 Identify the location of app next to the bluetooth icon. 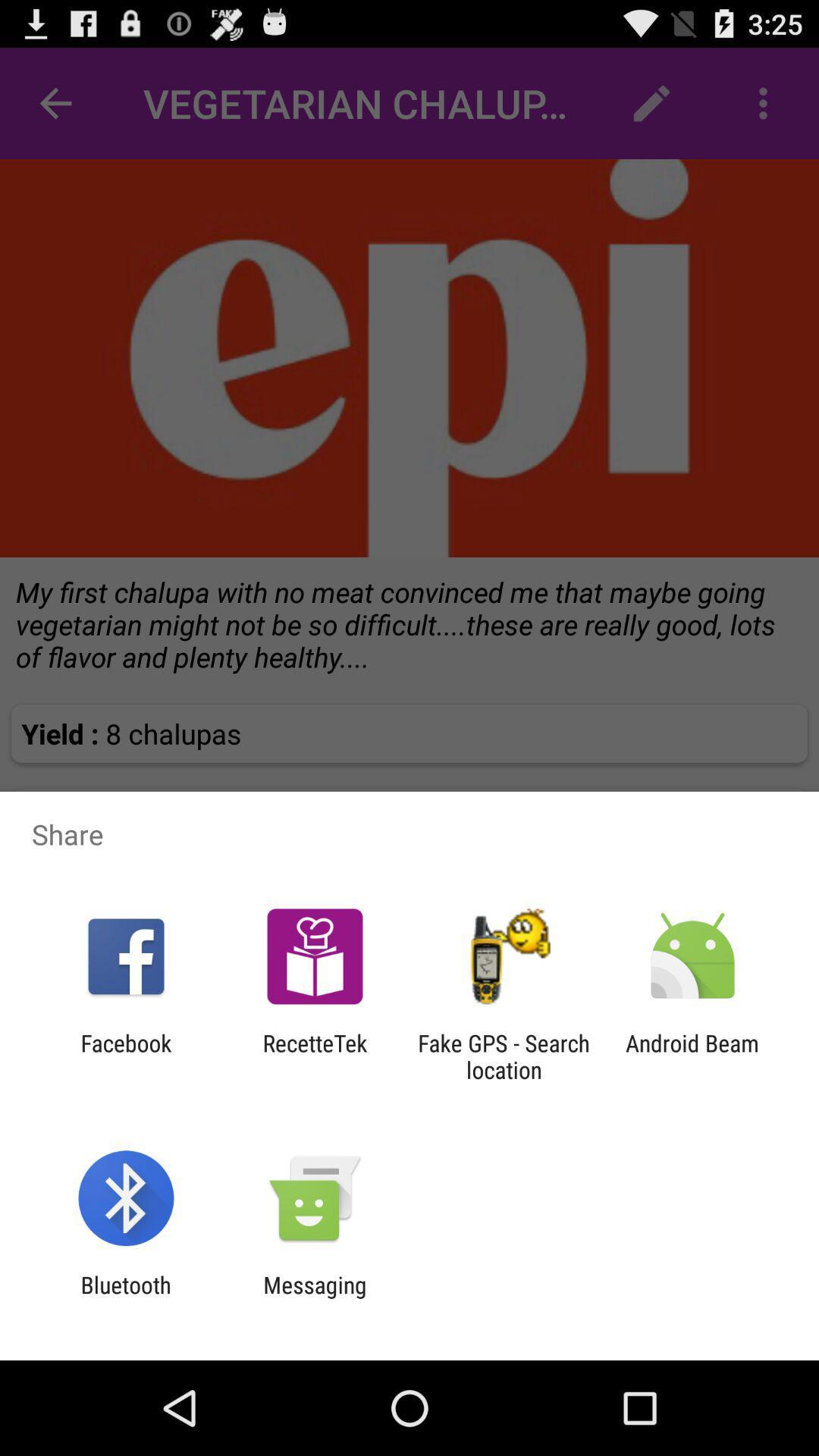
(314, 1298).